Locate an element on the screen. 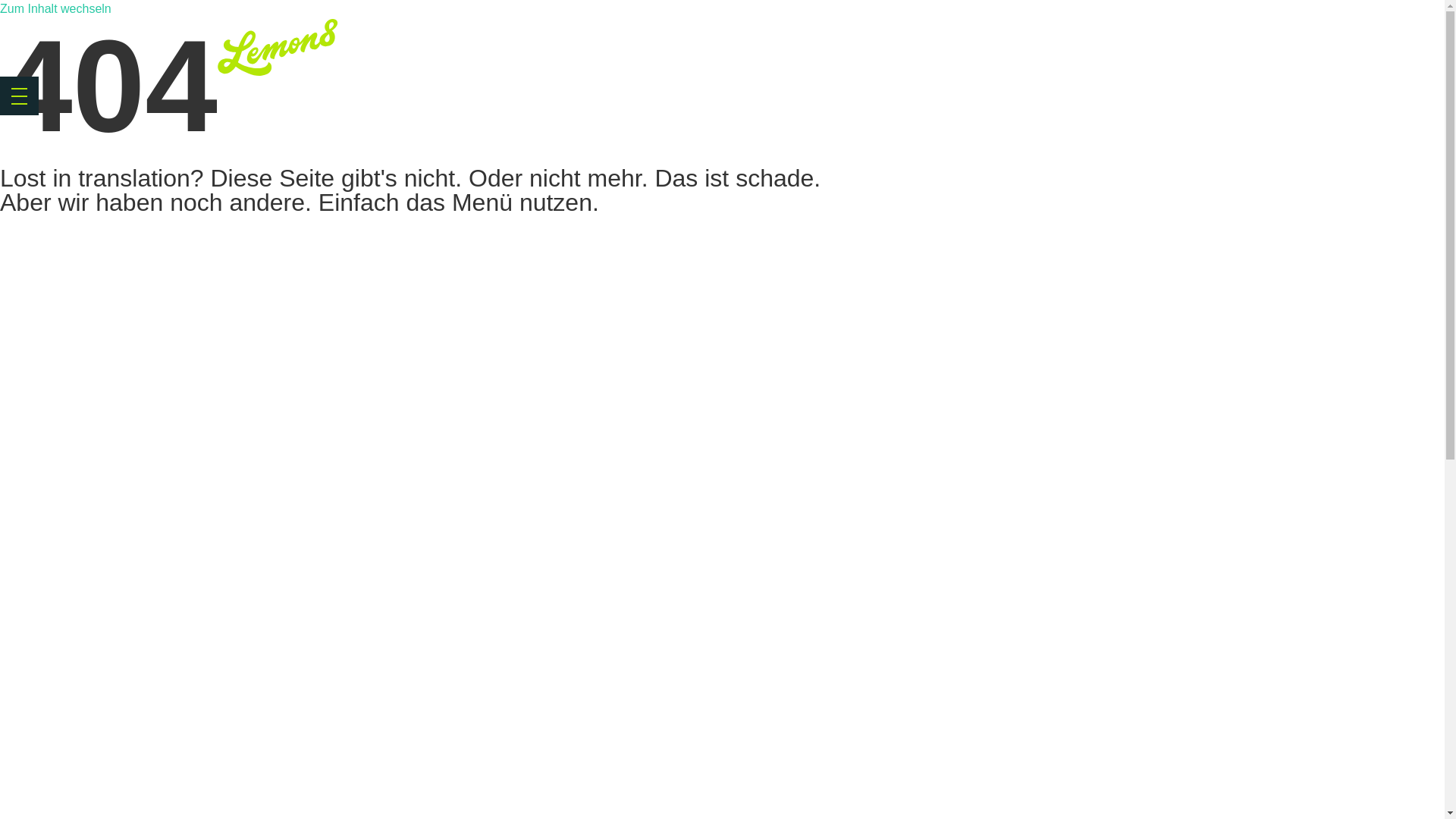 The height and width of the screenshot is (819, 1456). 'Zum Inhalt wechseln' is located at coordinates (55, 8).